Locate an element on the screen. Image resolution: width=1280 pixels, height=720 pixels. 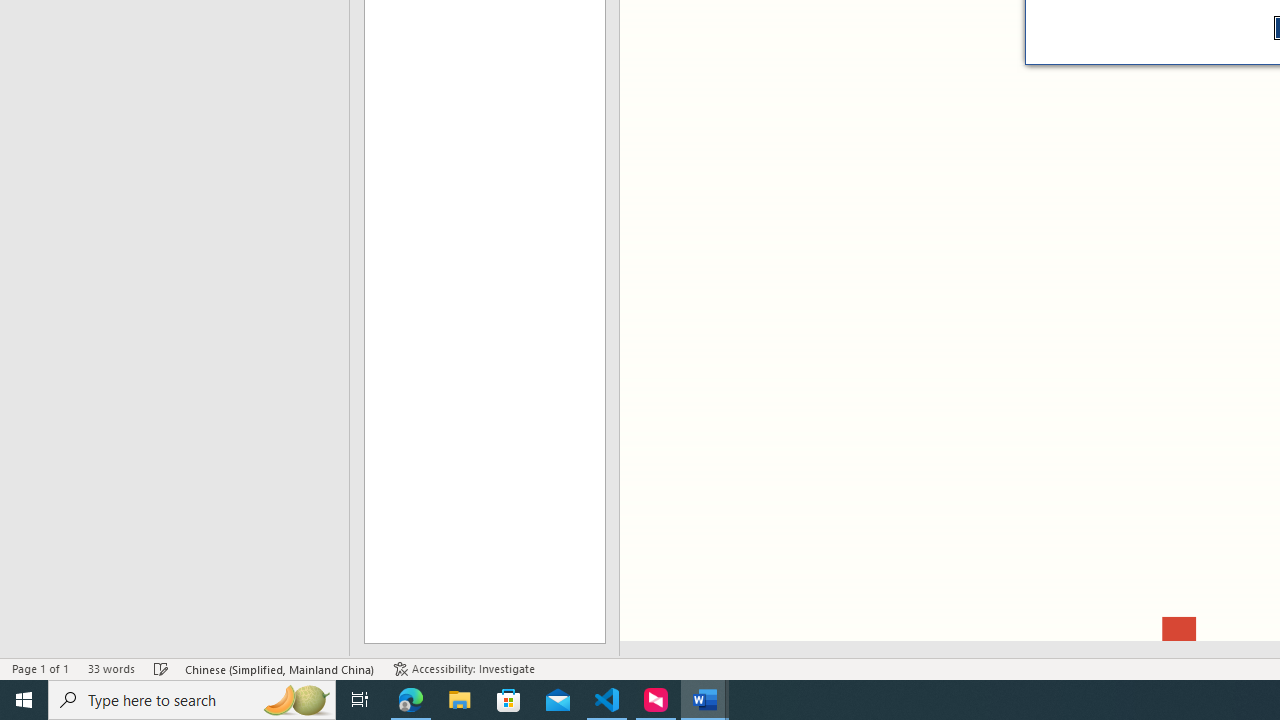
'Accessibility Checker Accessibility: Investigate' is located at coordinates (463, 669).